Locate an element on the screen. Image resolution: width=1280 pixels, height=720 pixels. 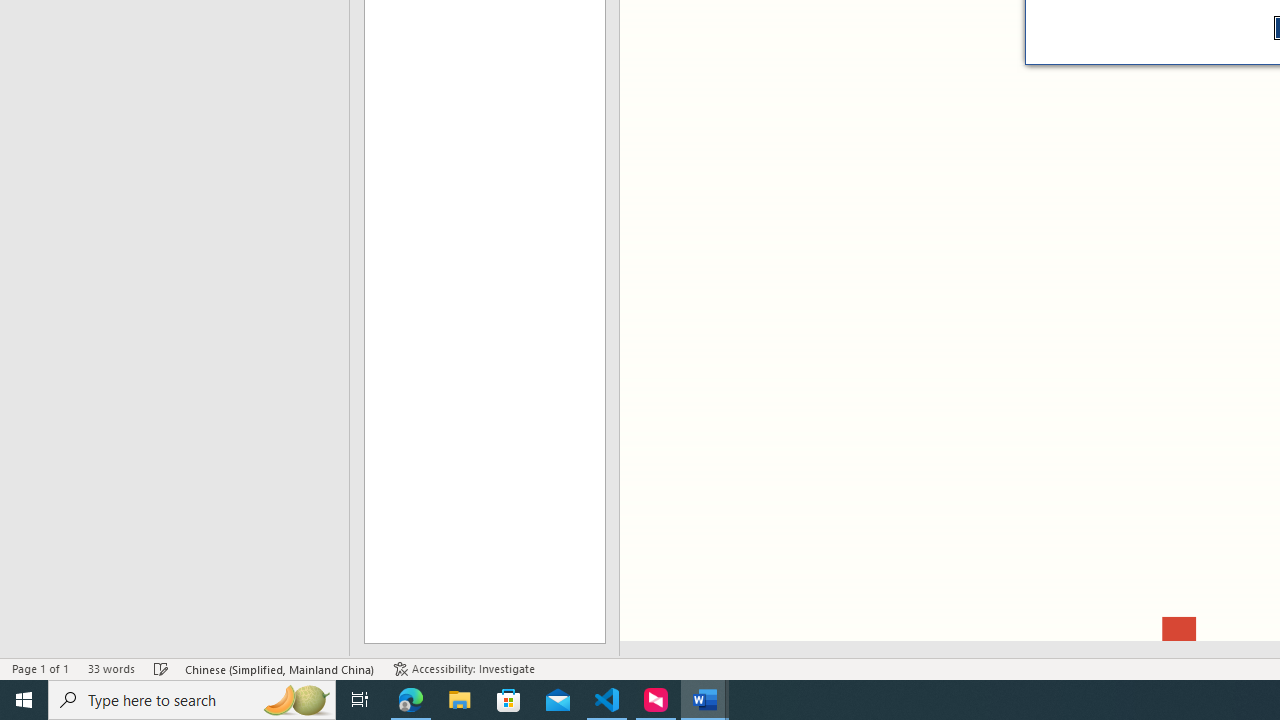
'Accessibility Checker Accessibility: Investigate' is located at coordinates (463, 669).